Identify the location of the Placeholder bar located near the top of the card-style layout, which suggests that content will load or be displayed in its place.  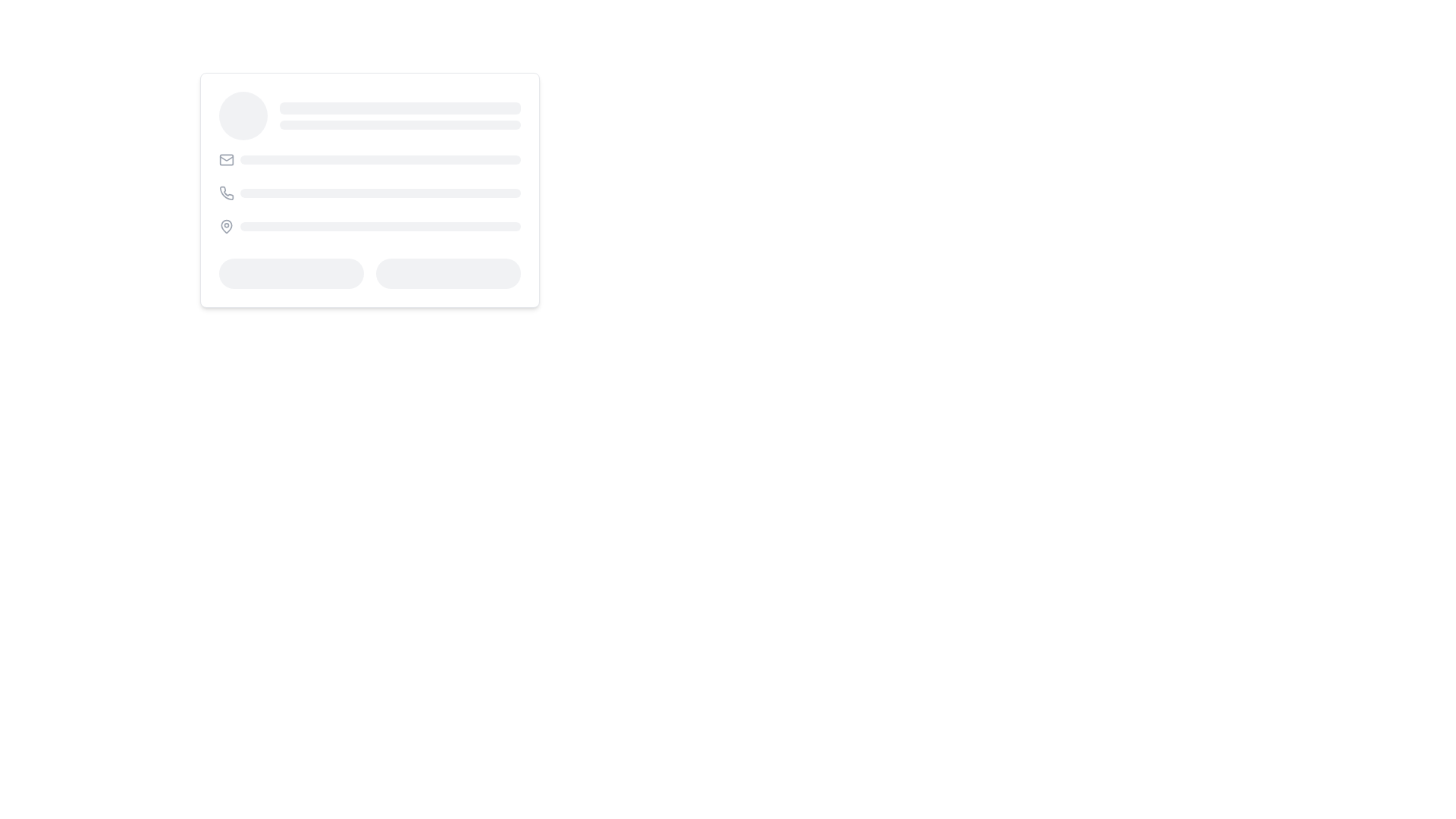
(400, 124).